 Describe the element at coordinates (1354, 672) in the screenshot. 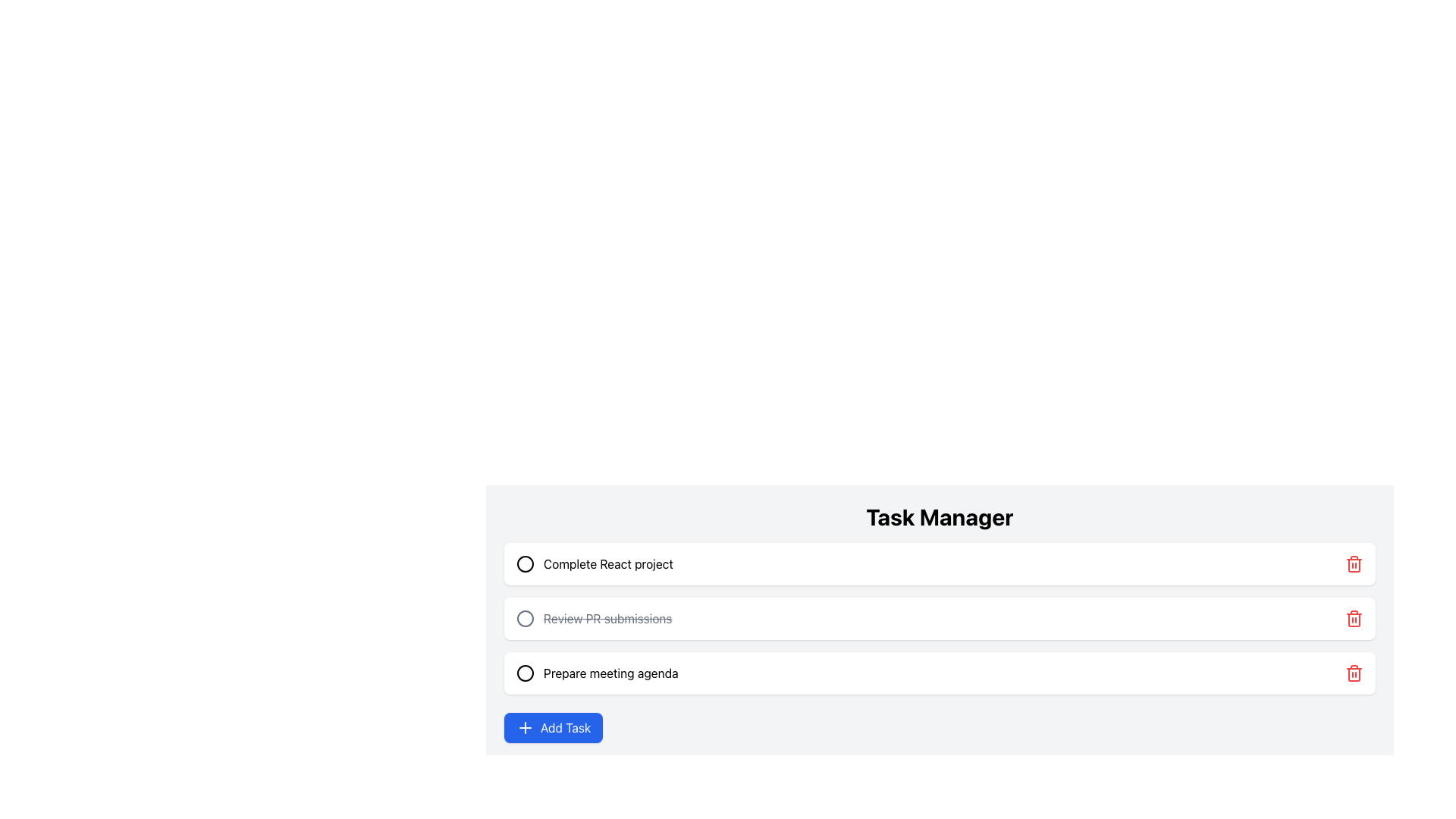

I see `the delete button for the 'Prepare meeting agenda' task` at that location.